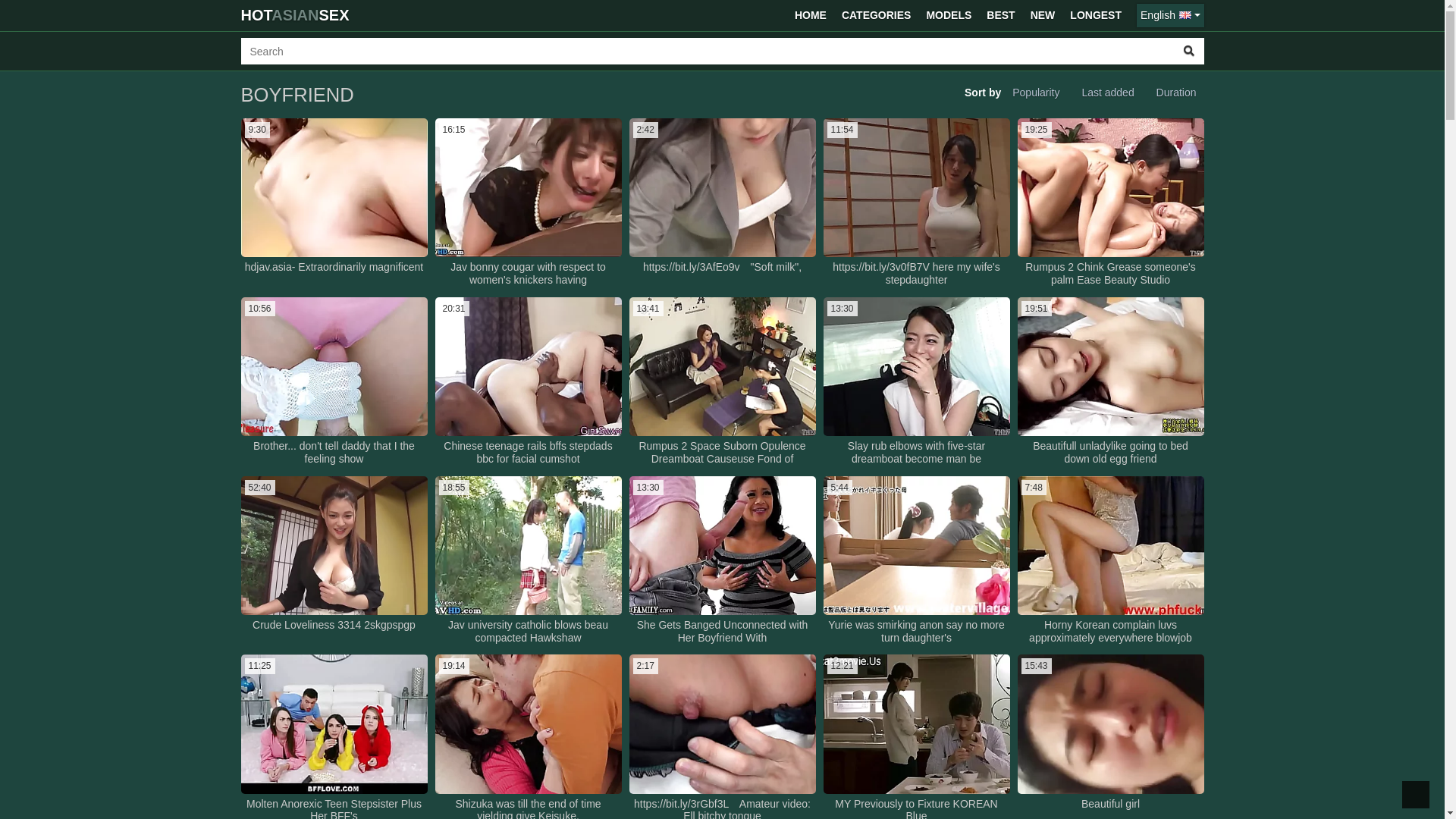  I want to click on 'LONGEST', so click(1095, 15).